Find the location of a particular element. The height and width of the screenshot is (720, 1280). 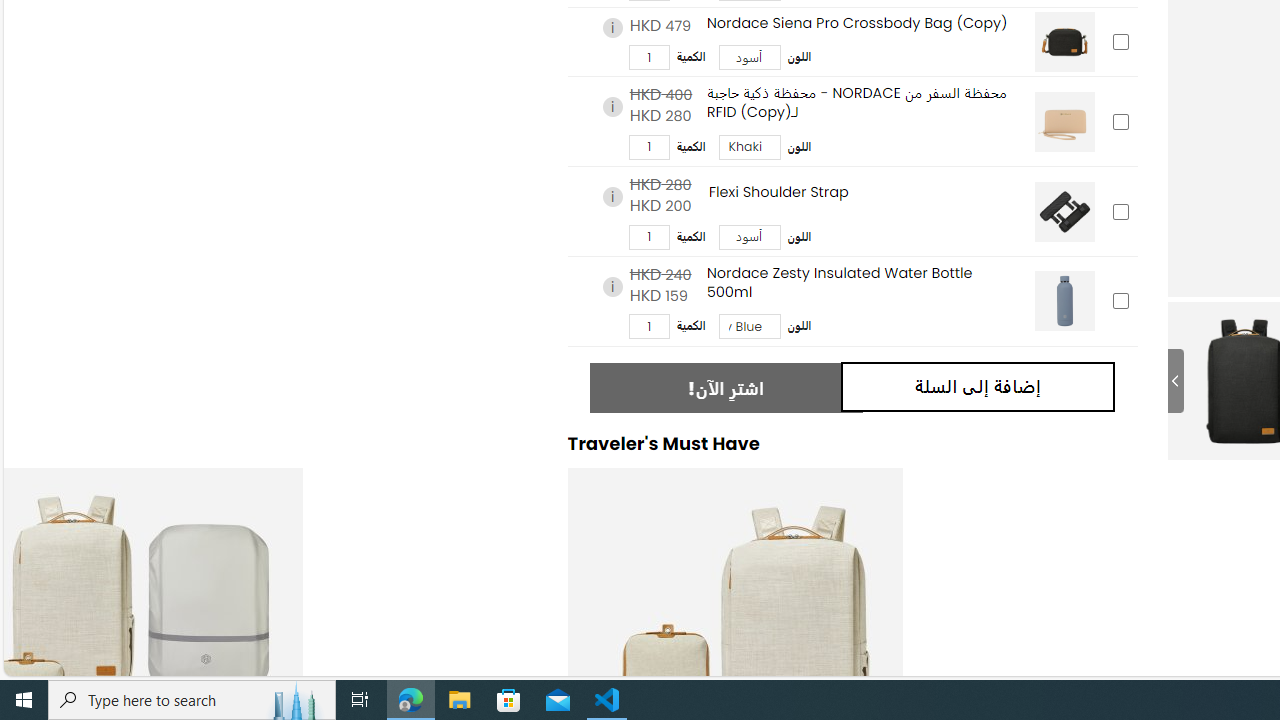

'Class: upsell-v2-product-upsell-variable-product-qty-select' is located at coordinates (648, 325).